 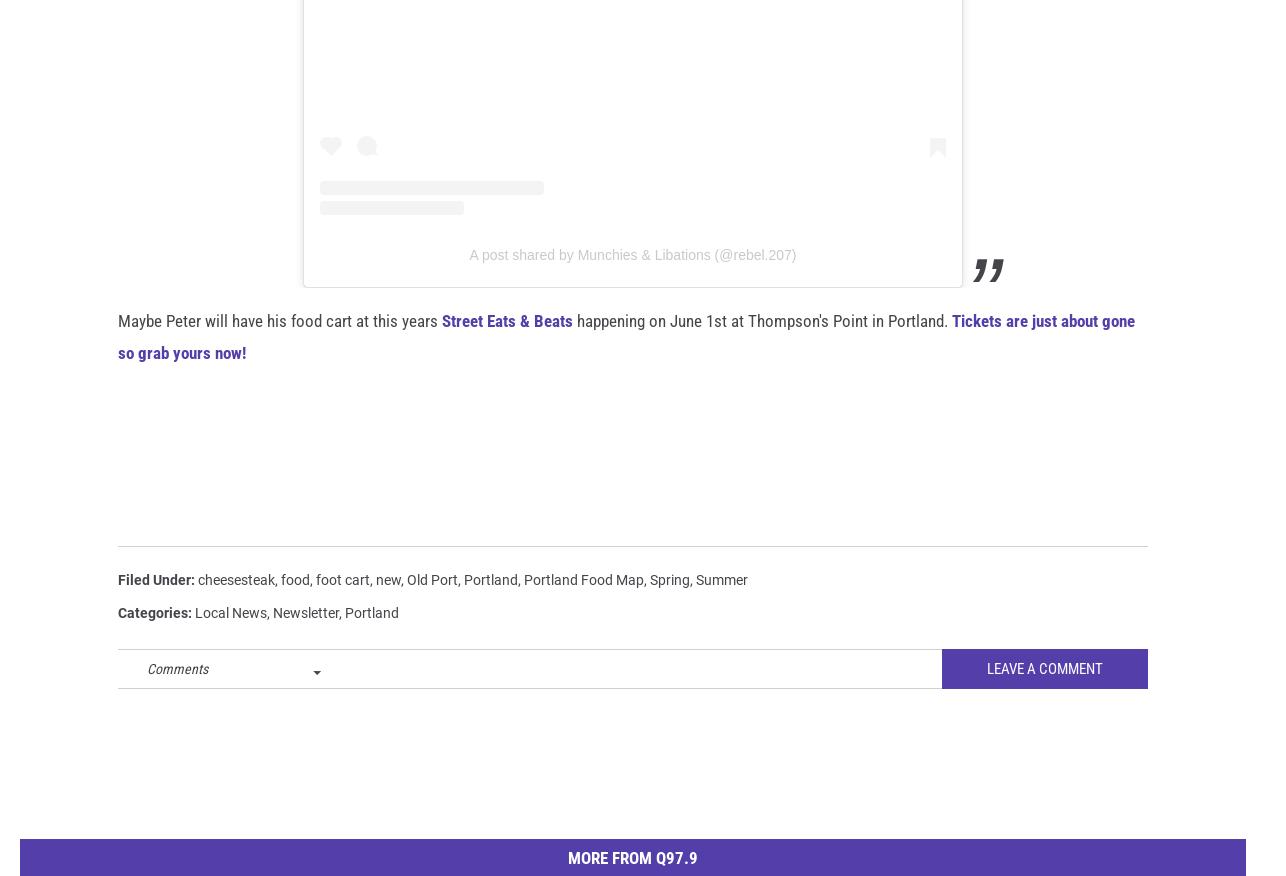 What do you see at coordinates (305, 644) in the screenshot?
I see `'Newsletter'` at bounding box center [305, 644].